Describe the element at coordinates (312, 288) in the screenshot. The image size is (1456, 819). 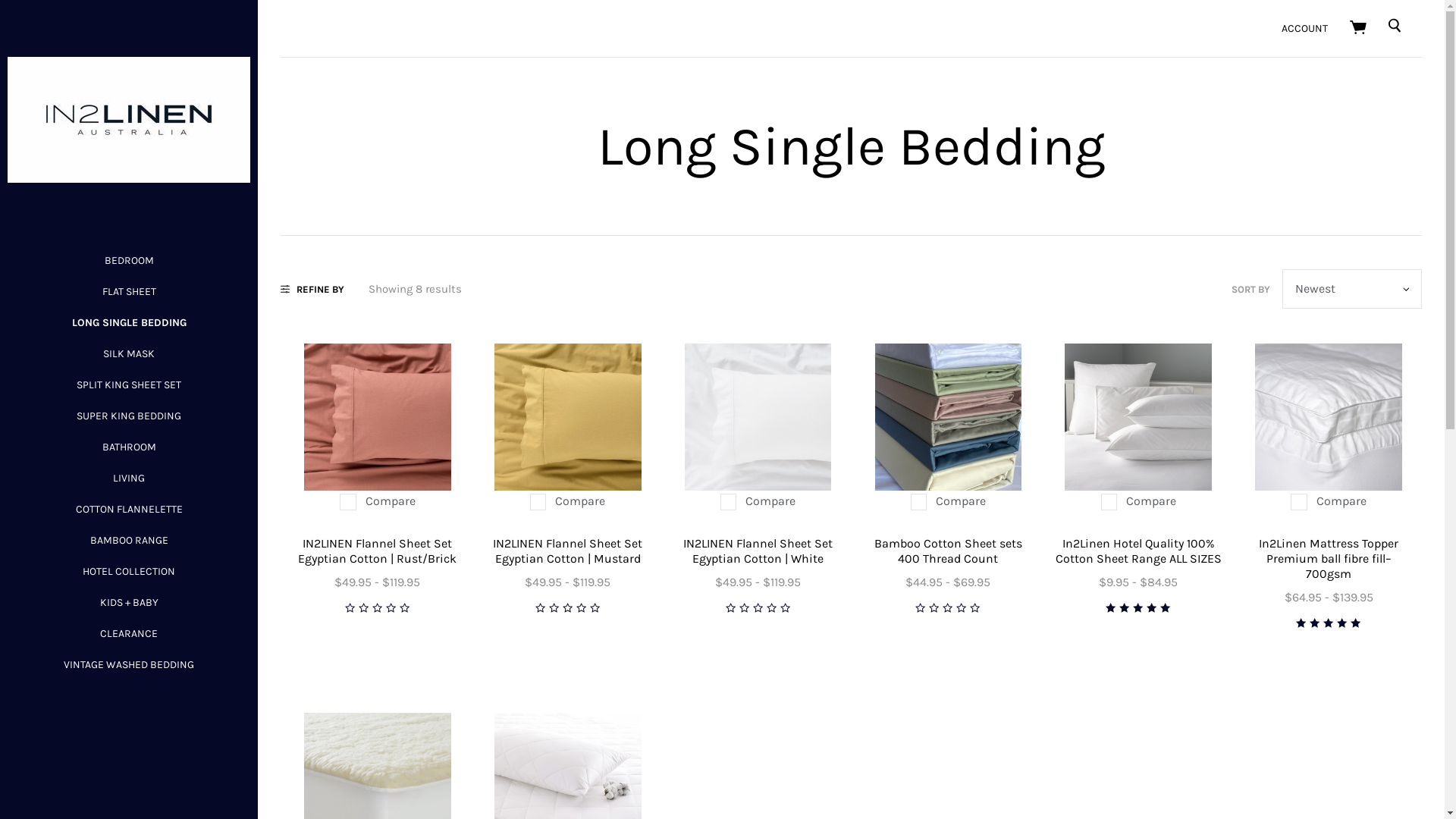
I see `'FILTER REFINE BY'` at that location.